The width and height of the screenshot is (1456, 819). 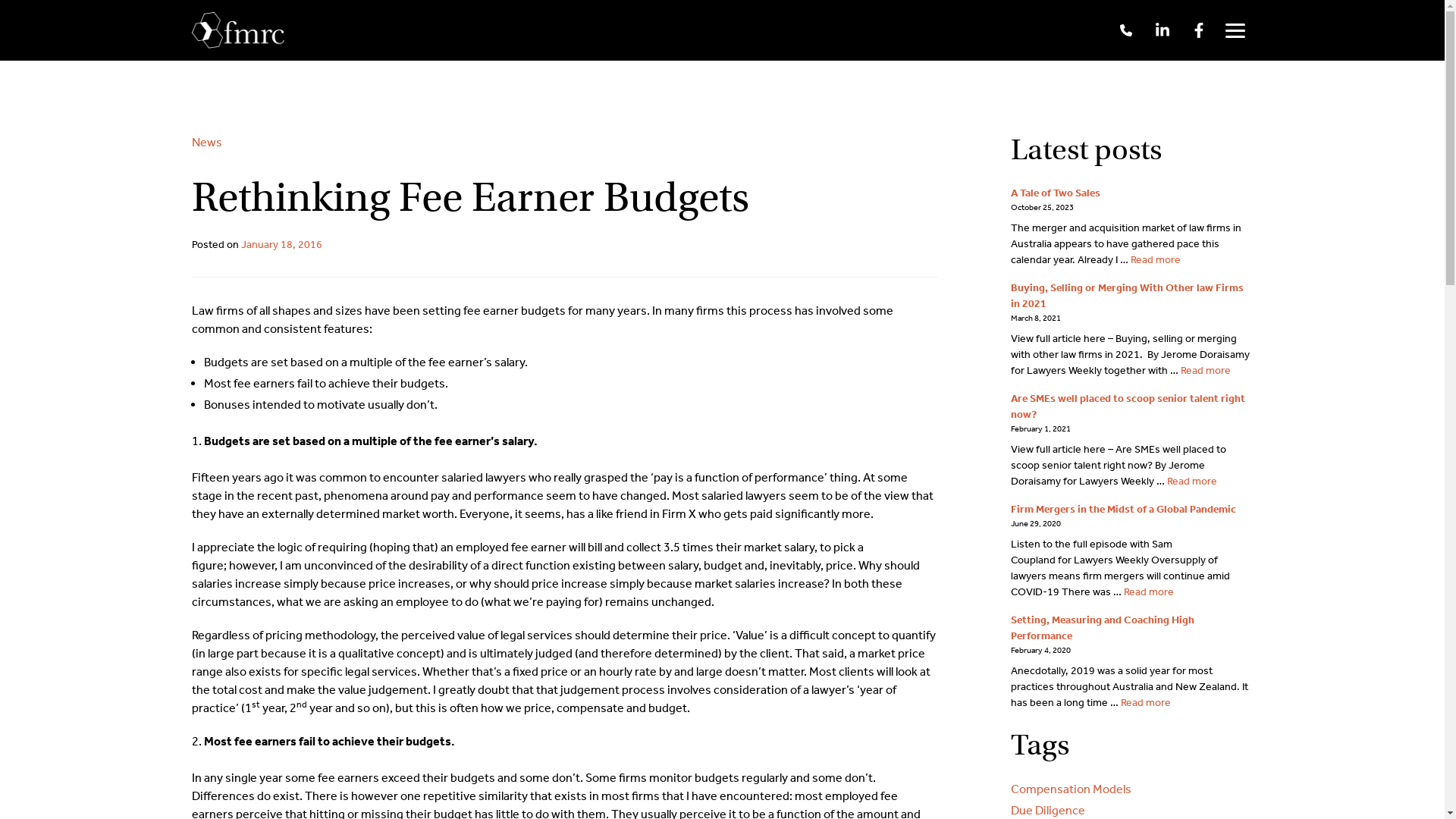 What do you see at coordinates (1122, 509) in the screenshot?
I see `'Firm Mergers in the Midst of a Global Pandemic'` at bounding box center [1122, 509].